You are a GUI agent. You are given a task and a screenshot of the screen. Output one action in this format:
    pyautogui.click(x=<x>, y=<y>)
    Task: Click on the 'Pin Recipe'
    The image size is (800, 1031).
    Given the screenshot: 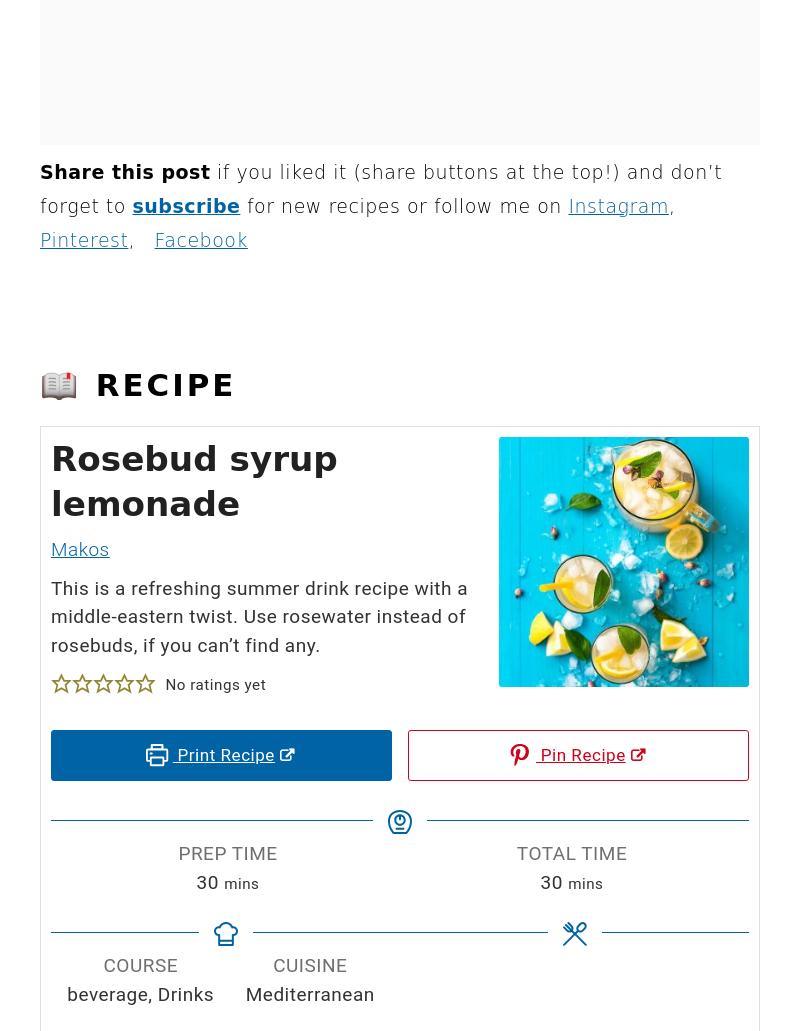 What is the action you would take?
    pyautogui.click(x=579, y=752)
    